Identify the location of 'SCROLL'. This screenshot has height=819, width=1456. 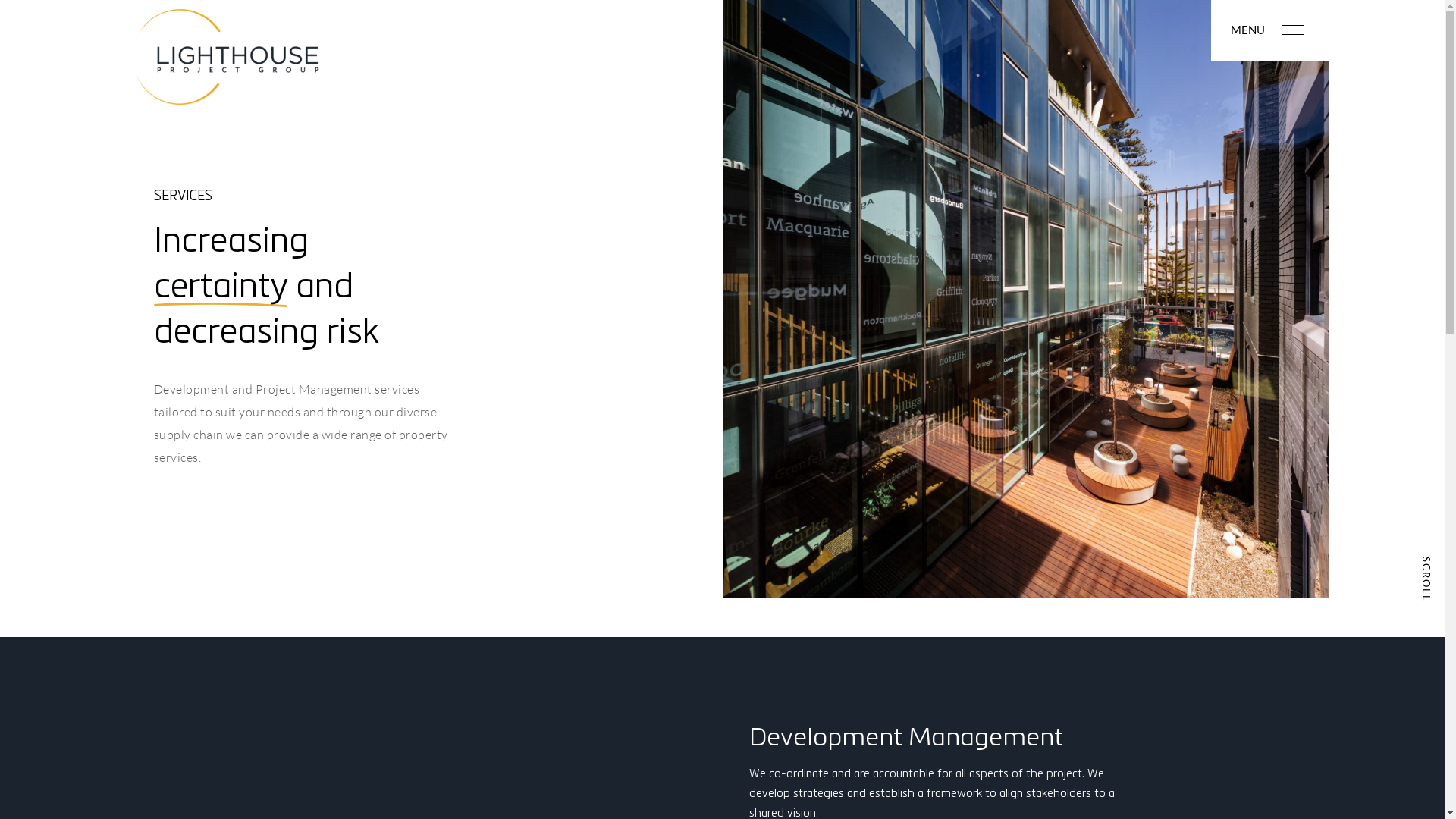
(1426, 573).